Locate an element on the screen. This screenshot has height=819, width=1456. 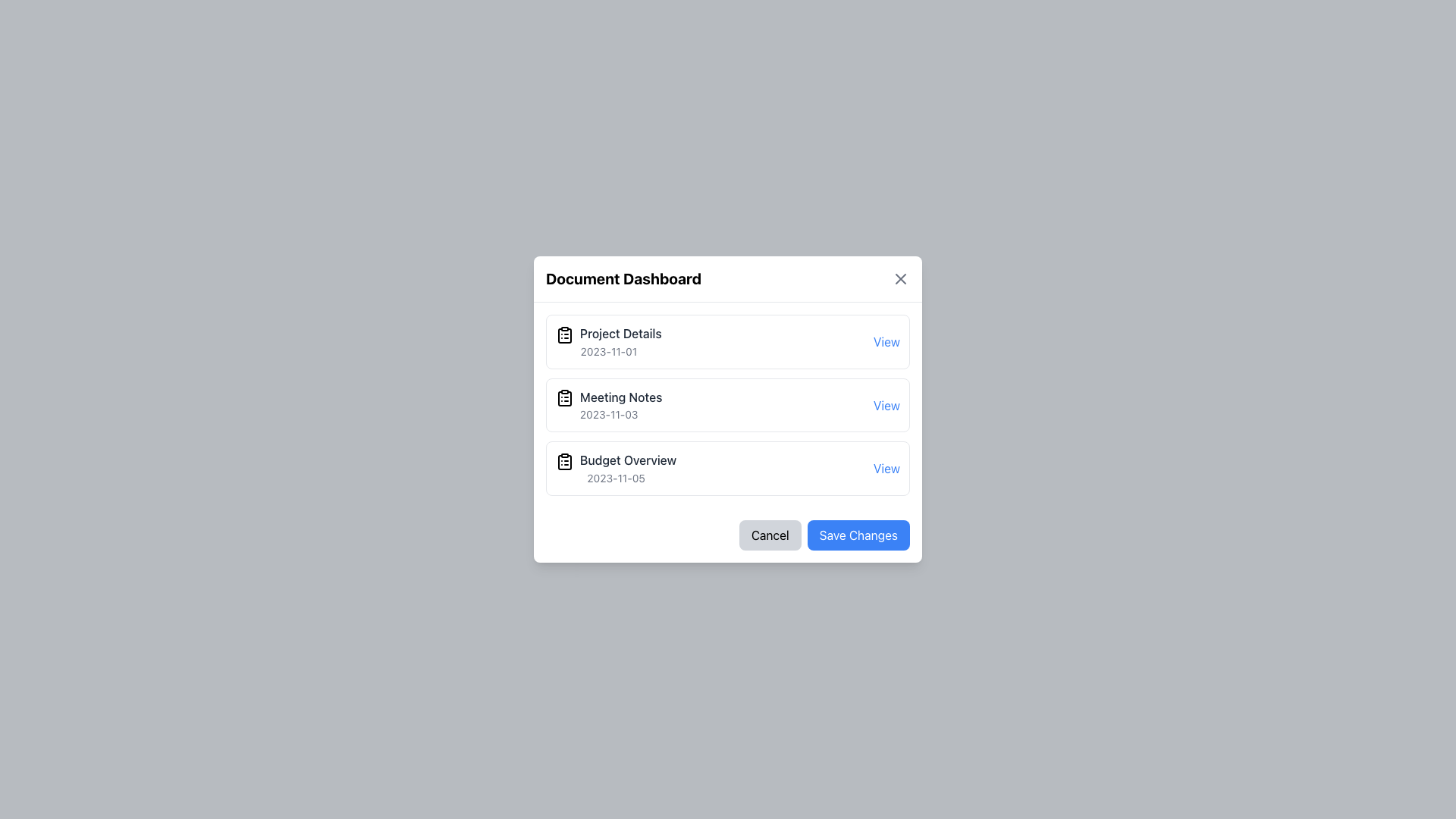
the 'Save Changes' button, which is styled with a blue background and white text, located in the footer section of a modal dialog is located at coordinates (858, 534).